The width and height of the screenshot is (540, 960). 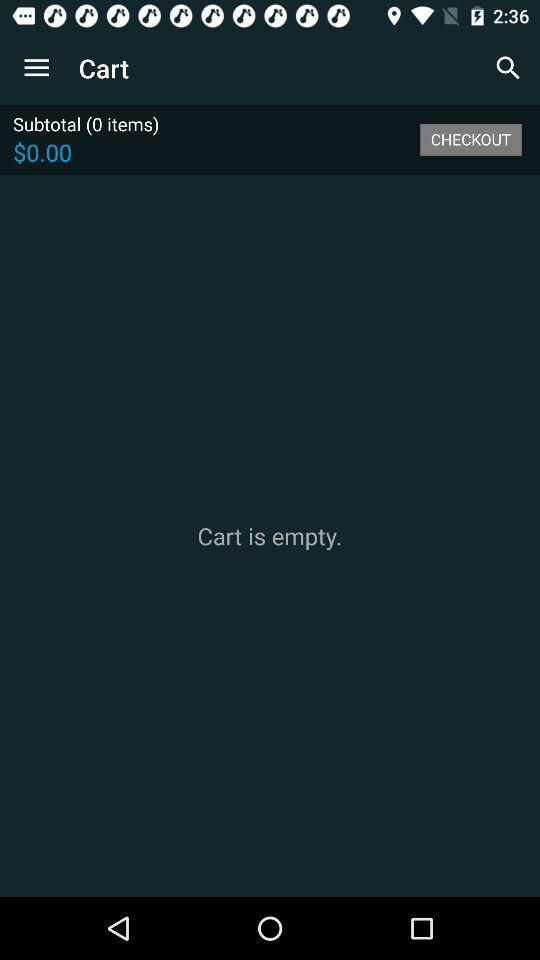 I want to click on the item next to the cart app, so click(x=508, y=68).